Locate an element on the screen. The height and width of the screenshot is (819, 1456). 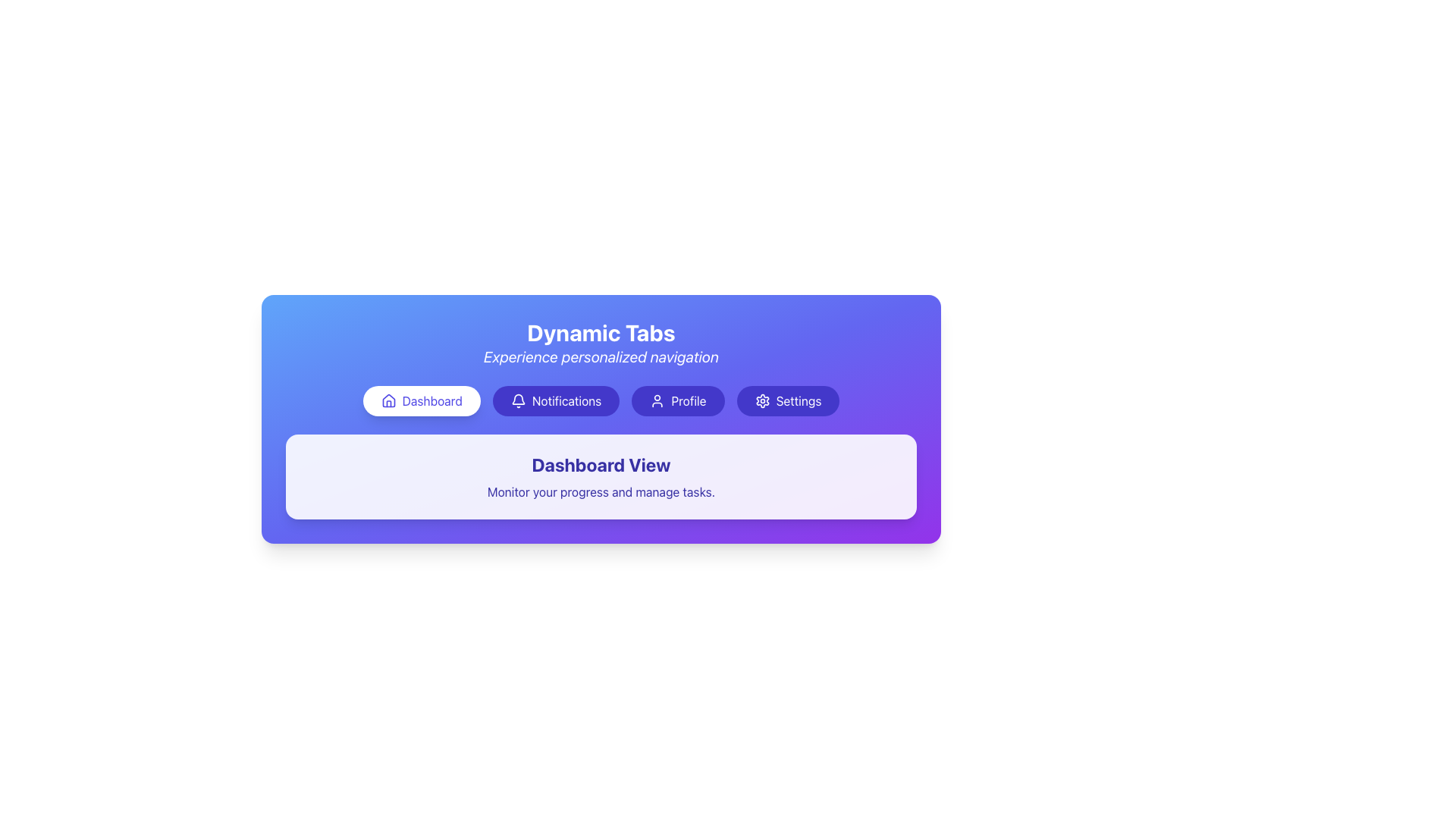
the notification bell icon located within the 'Notifications' button, which has a dark blue background and rounded corners is located at coordinates (518, 400).